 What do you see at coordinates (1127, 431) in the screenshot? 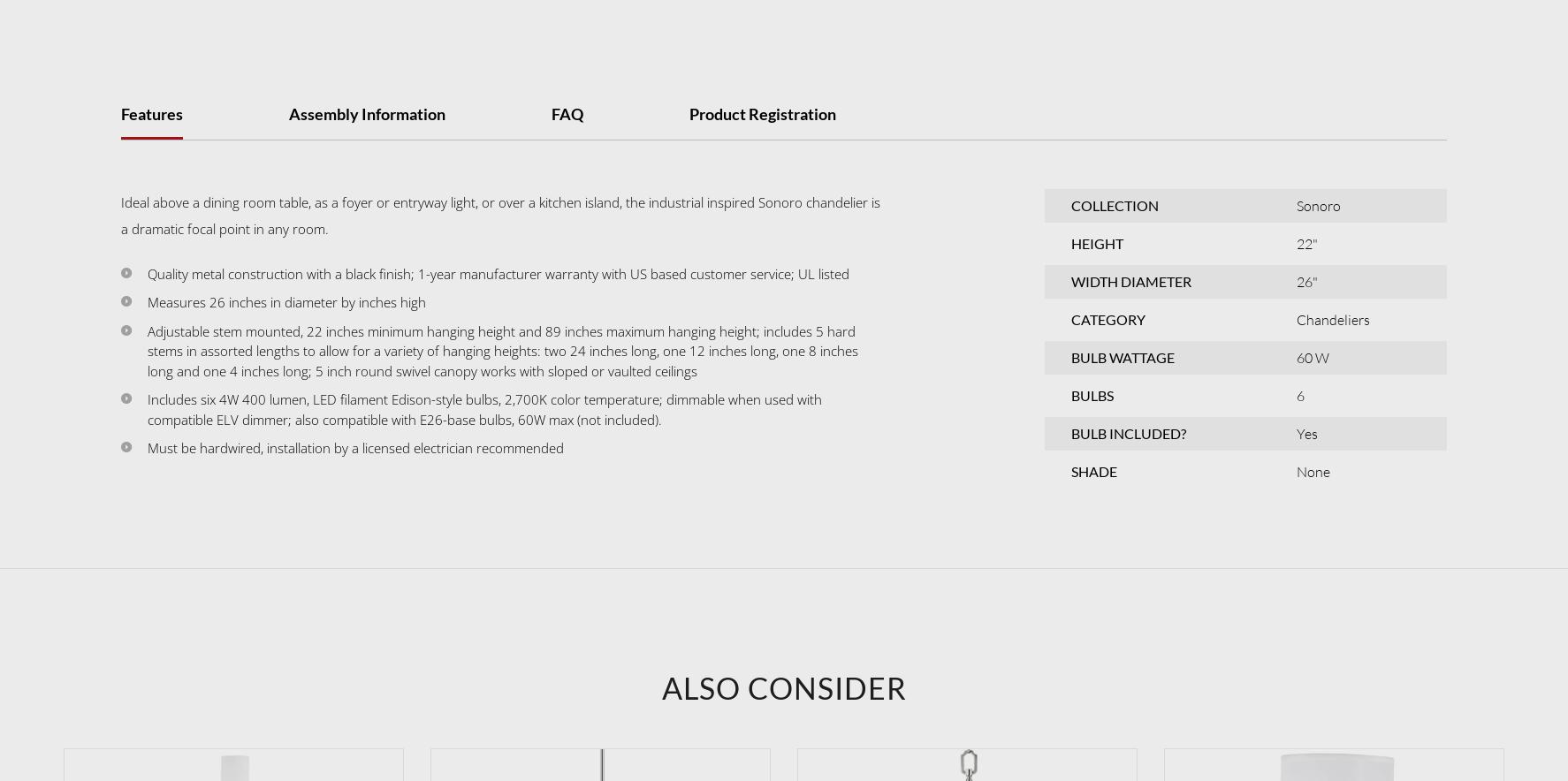
I see `'Bulb included?'` at bounding box center [1127, 431].